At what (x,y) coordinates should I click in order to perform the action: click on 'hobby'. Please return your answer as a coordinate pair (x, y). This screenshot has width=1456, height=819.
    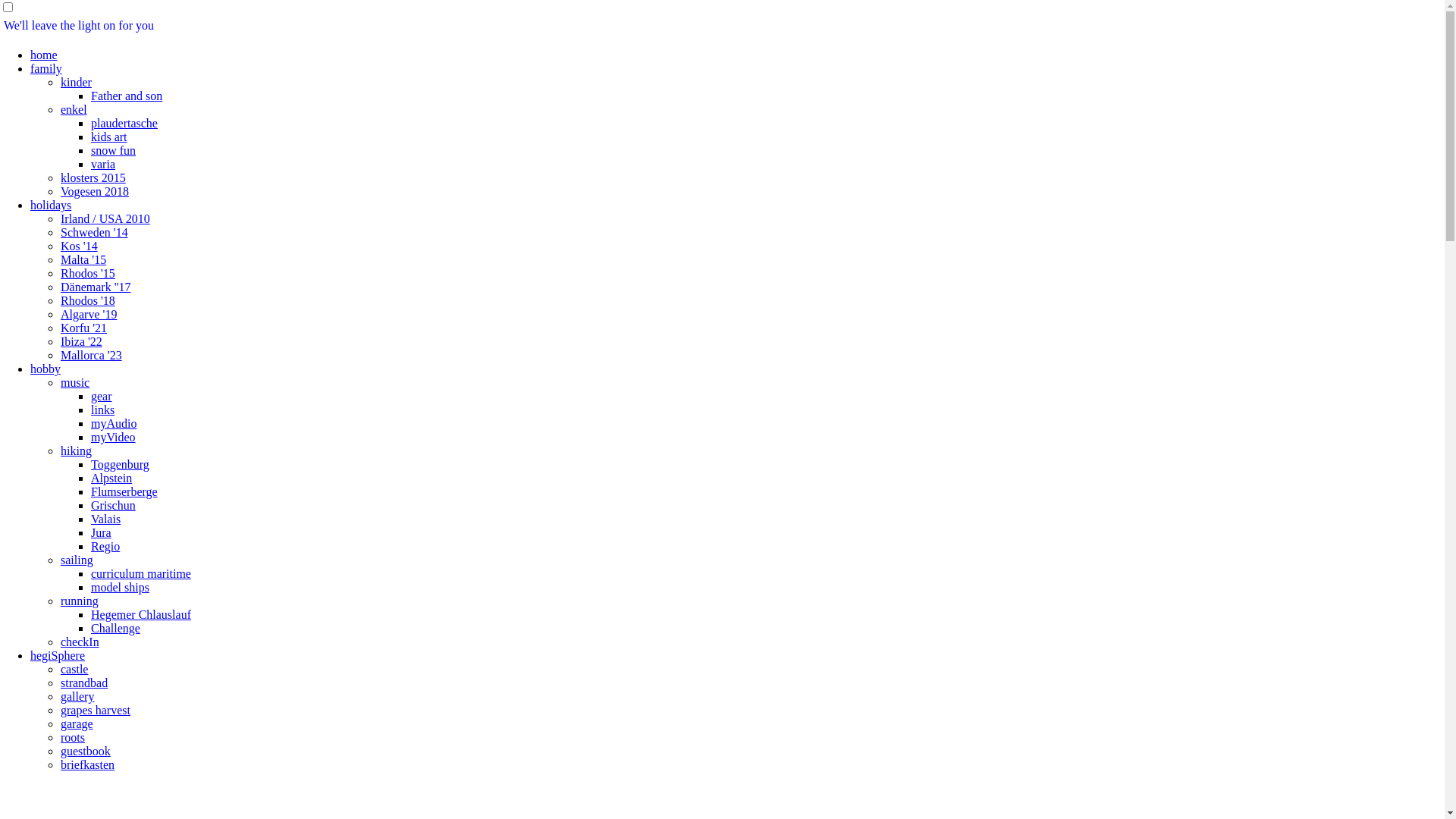
    Looking at the image, I should click on (45, 369).